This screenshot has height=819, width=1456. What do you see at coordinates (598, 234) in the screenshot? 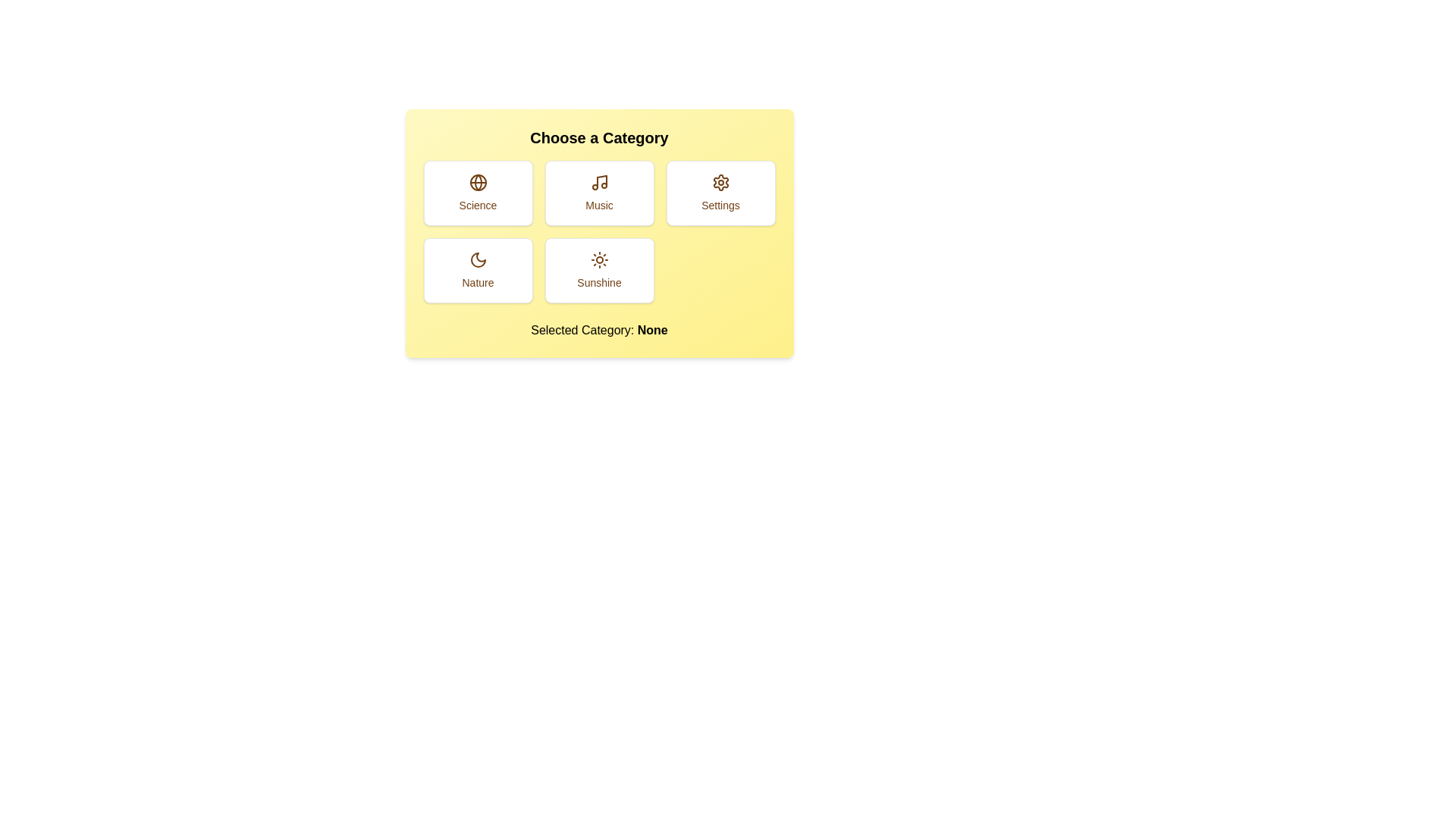
I see `one of the selectable categories in the centered Selector Component with a yellow gradient background that displays the title 'Choose a Category'` at bounding box center [598, 234].